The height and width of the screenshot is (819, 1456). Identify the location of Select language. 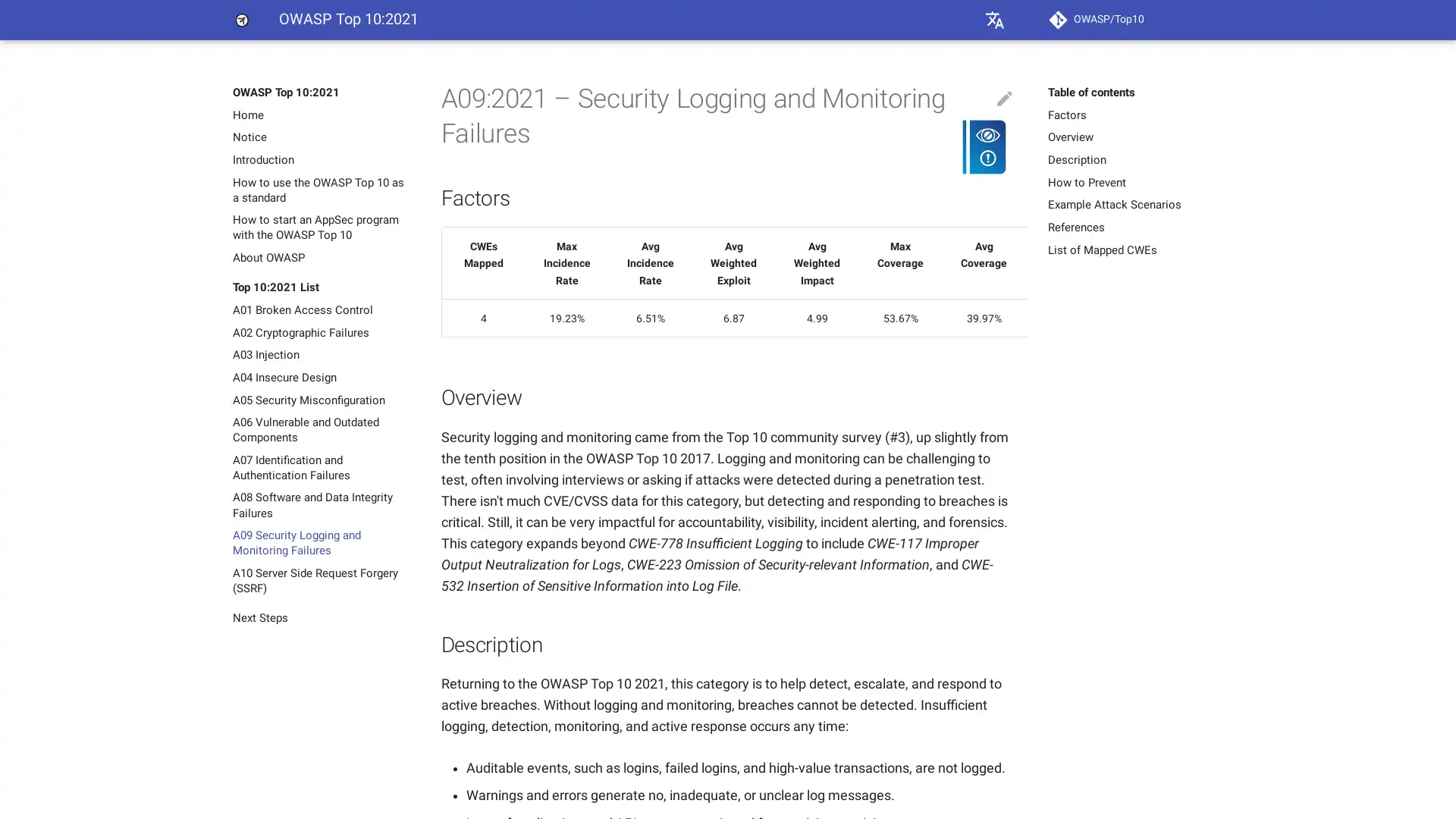
(994, 20).